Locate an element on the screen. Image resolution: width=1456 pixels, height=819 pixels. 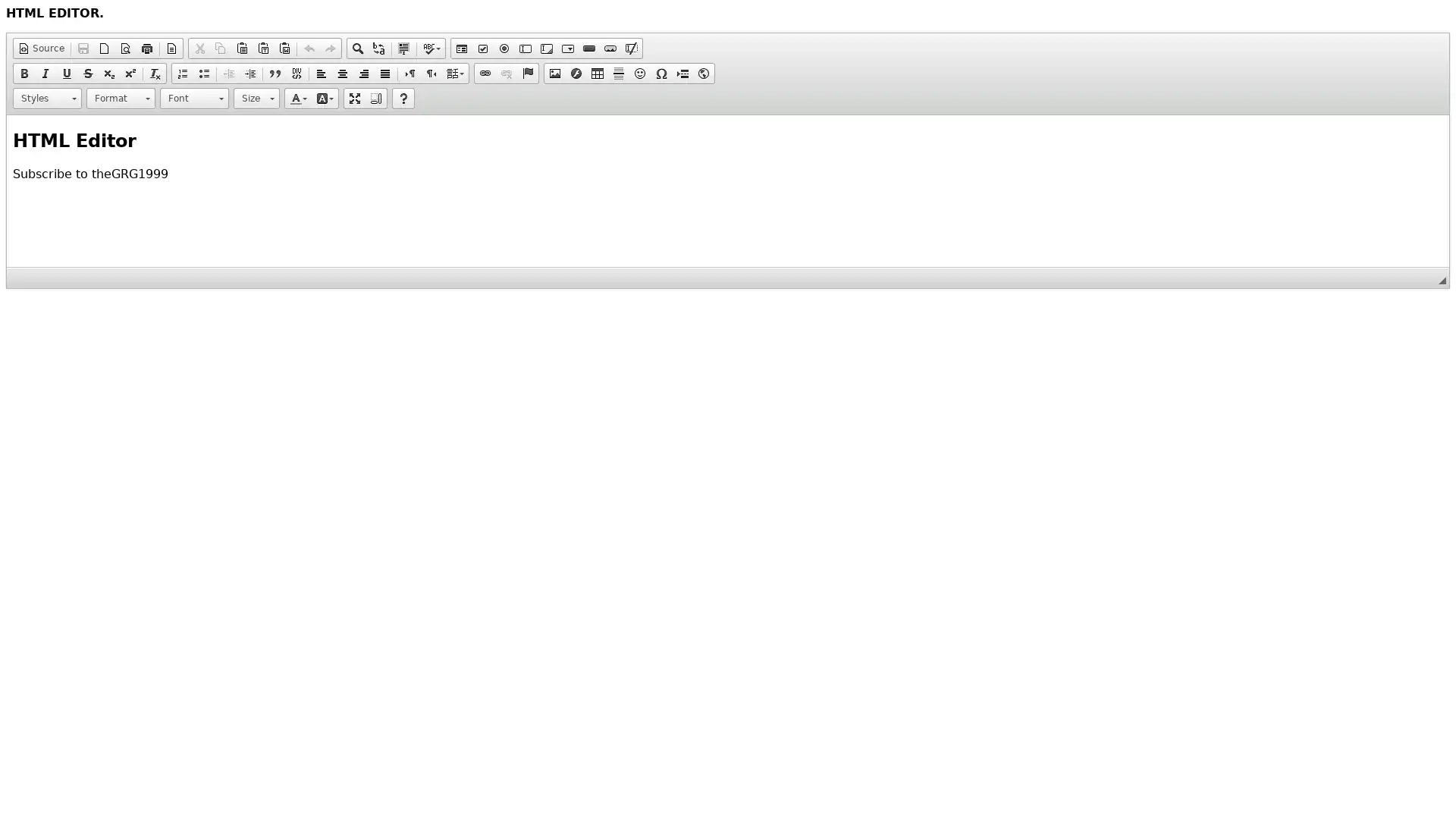
Hidden Field is located at coordinates (632, 48).